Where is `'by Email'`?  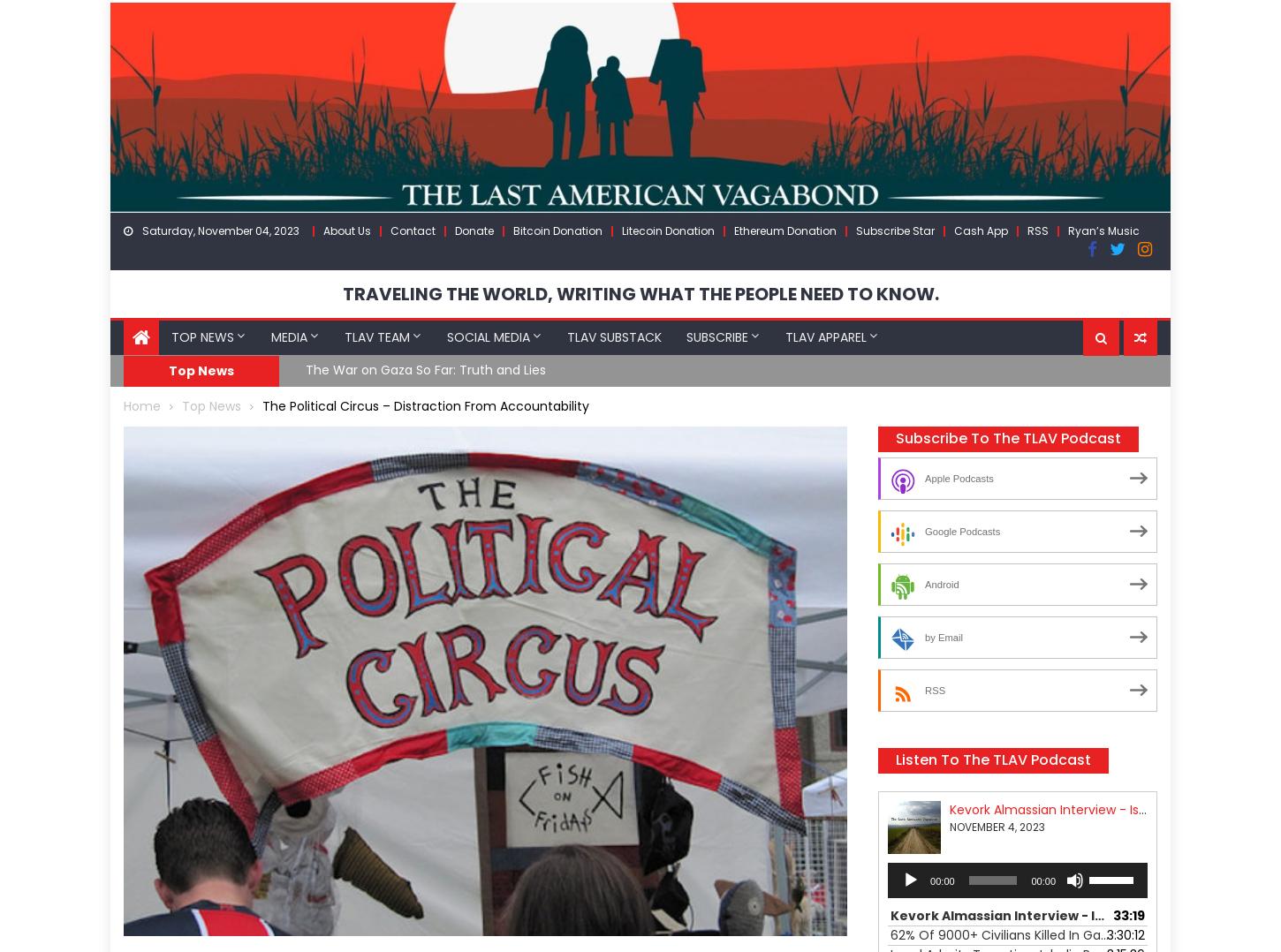
'by Email' is located at coordinates (944, 635).